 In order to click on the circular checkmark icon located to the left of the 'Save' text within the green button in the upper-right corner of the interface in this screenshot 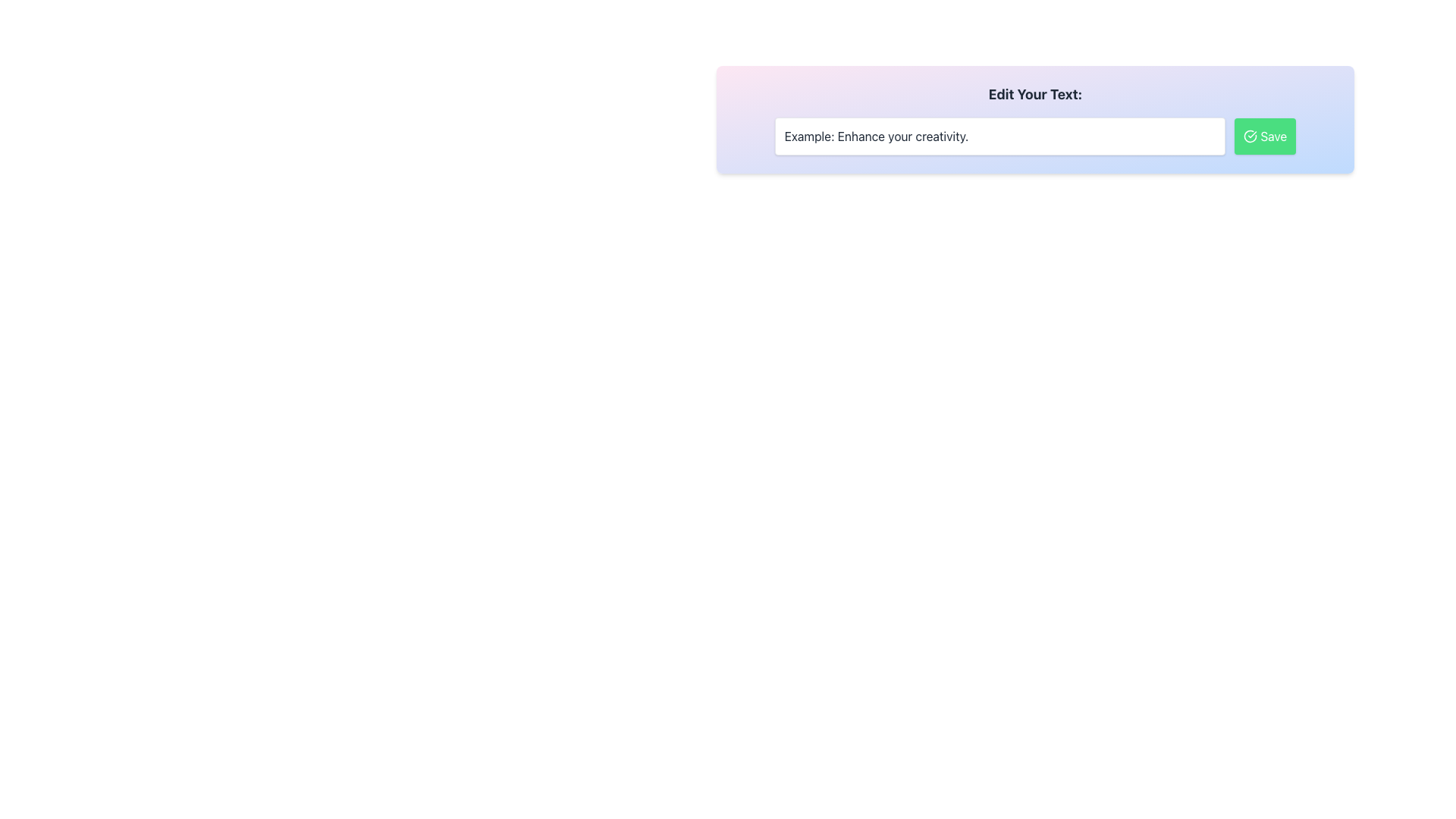, I will do `click(1250, 136)`.